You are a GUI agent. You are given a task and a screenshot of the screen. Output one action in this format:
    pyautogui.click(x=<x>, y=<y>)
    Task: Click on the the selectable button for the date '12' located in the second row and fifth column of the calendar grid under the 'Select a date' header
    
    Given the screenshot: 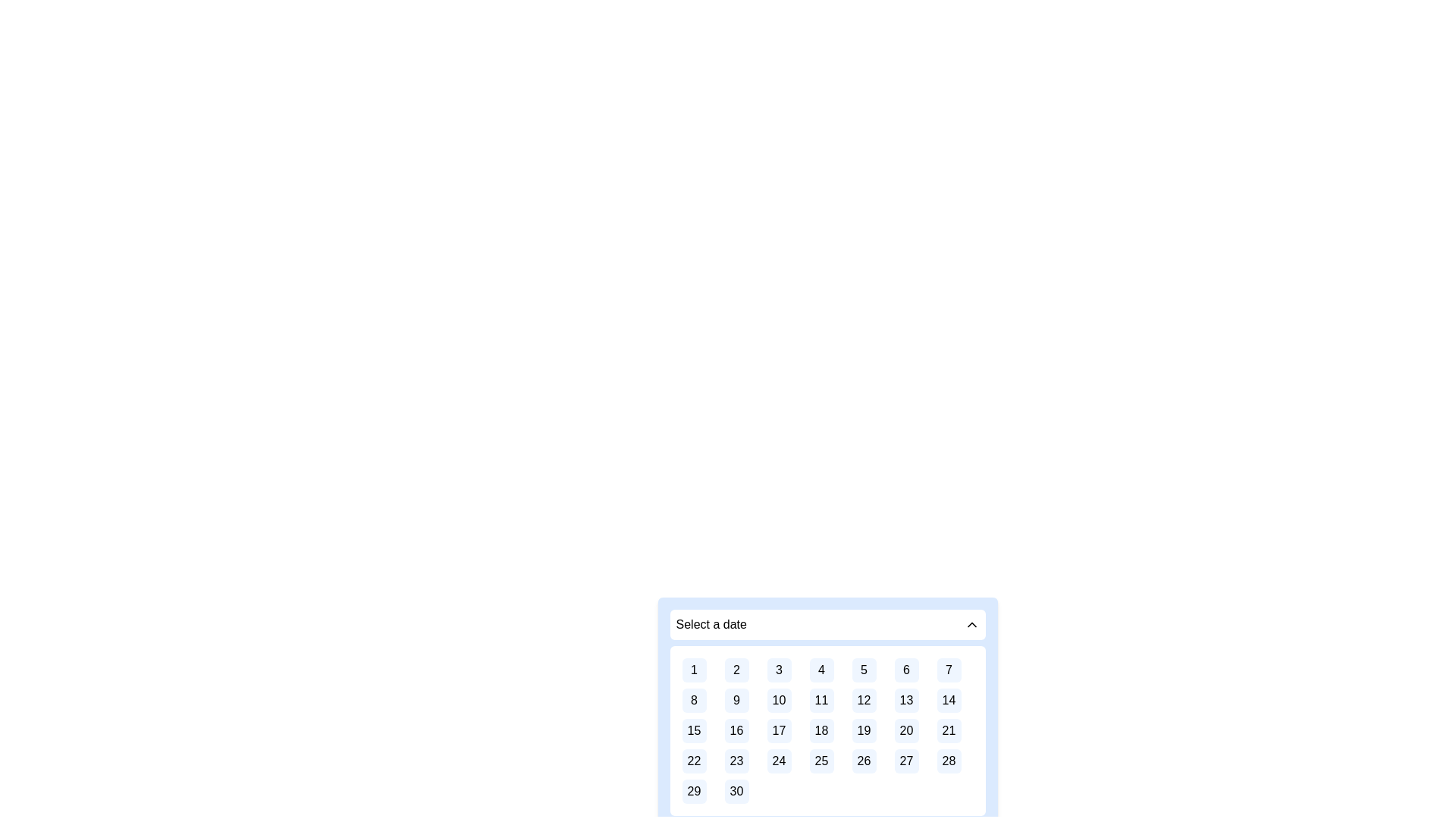 What is the action you would take?
    pyautogui.click(x=864, y=701)
    